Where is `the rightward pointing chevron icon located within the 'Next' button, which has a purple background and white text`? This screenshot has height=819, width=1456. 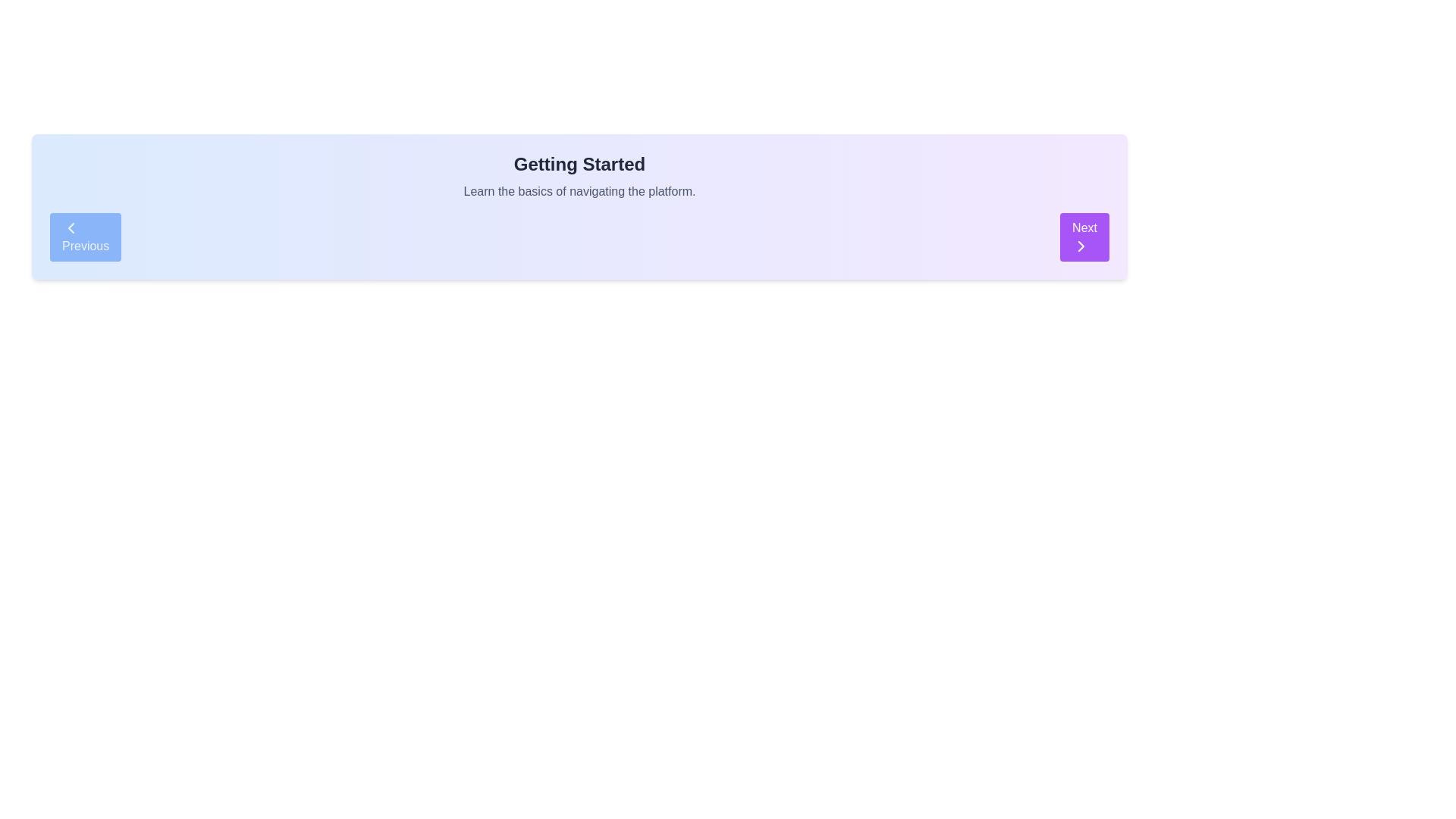 the rightward pointing chevron icon located within the 'Next' button, which has a purple background and white text is located at coordinates (1081, 245).